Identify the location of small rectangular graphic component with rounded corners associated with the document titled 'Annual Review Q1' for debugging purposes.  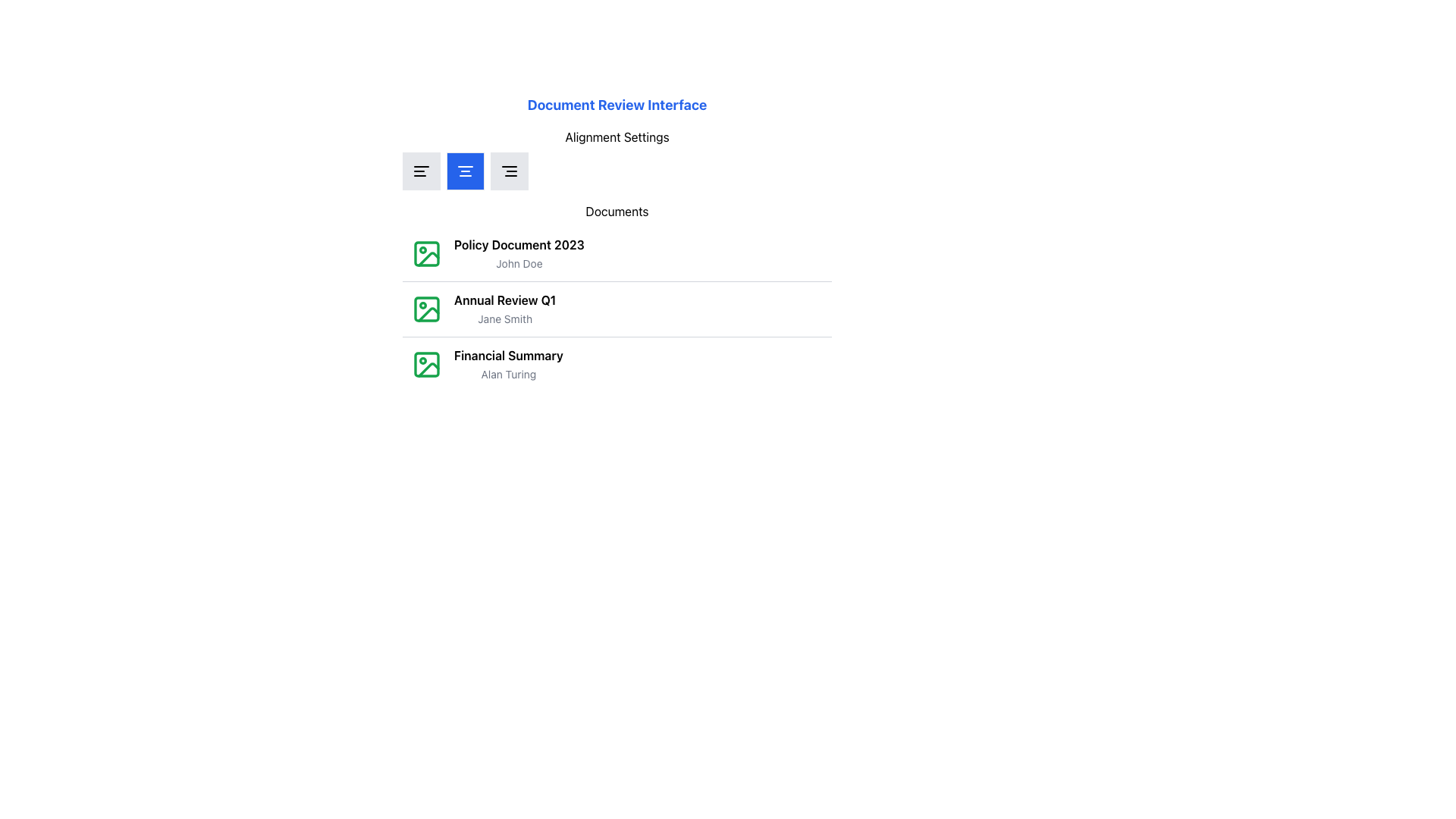
(425, 309).